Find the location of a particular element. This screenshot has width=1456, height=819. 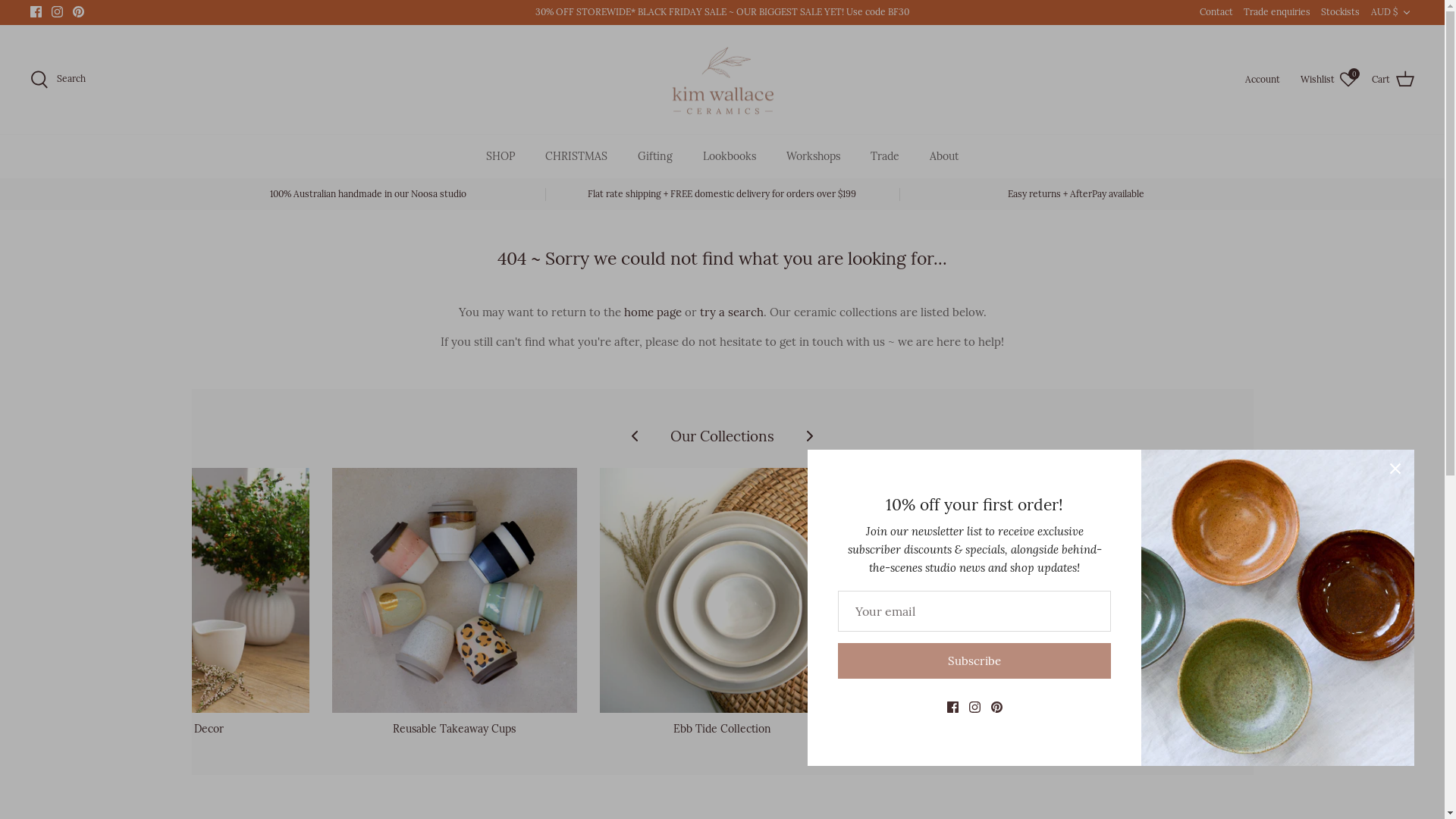

'Vintage Lace Collection' is located at coordinates (1258, 601).